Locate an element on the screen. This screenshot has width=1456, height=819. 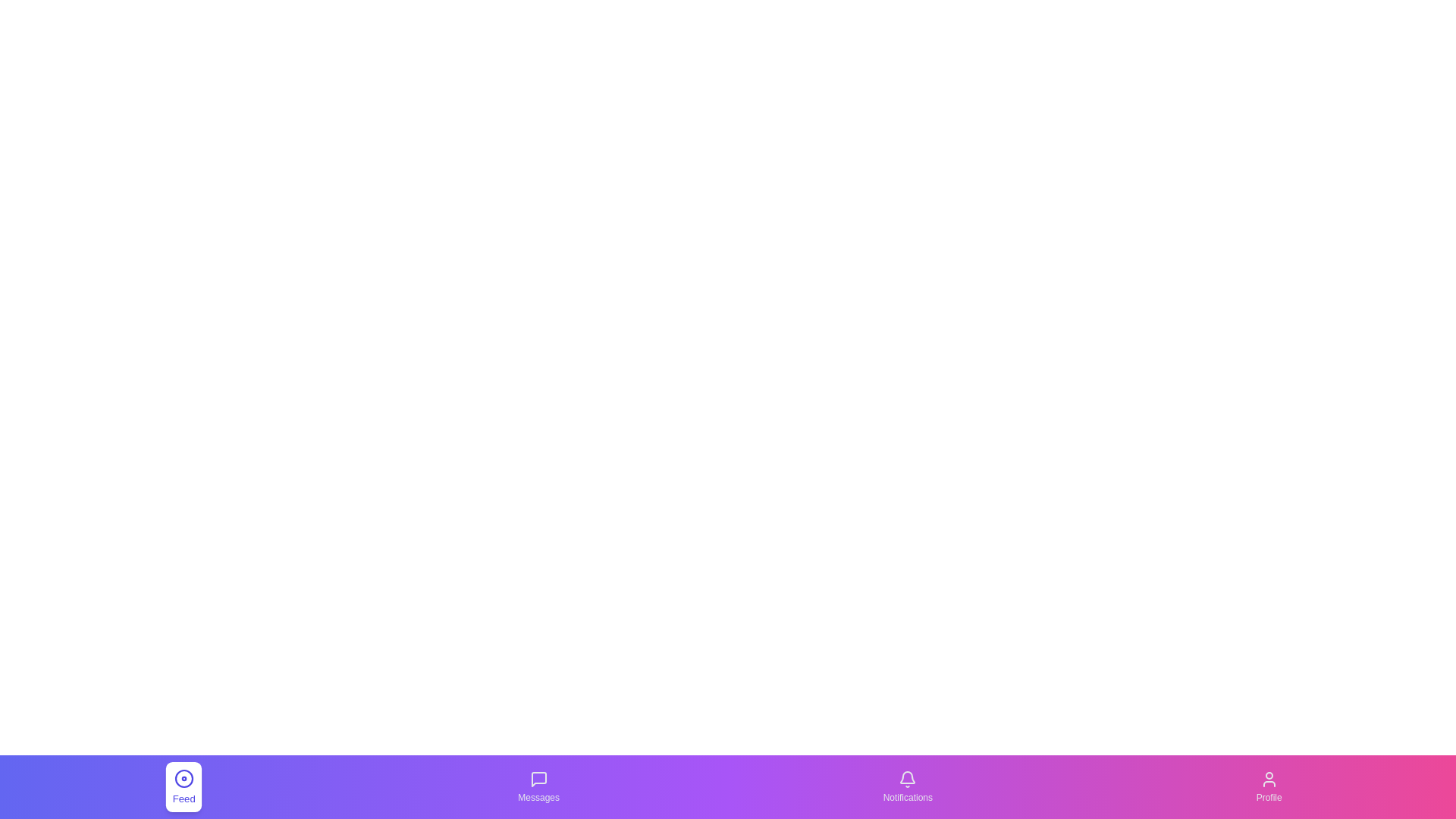
the Messages tab by clicking on the respective tab button is located at coordinates (538, 786).